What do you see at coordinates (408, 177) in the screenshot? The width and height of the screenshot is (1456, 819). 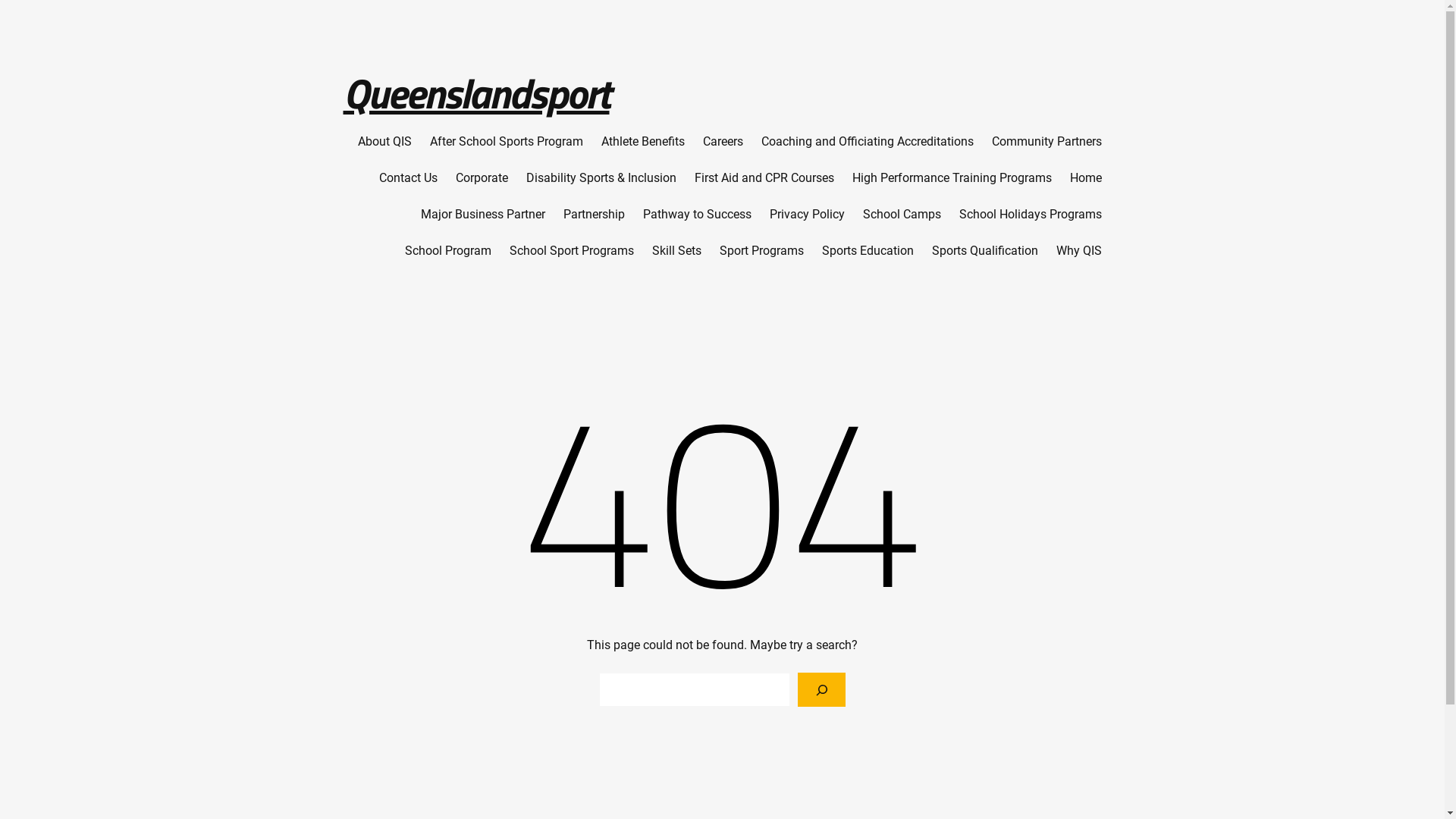 I see `'Contact Us'` at bounding box center [408, 177].